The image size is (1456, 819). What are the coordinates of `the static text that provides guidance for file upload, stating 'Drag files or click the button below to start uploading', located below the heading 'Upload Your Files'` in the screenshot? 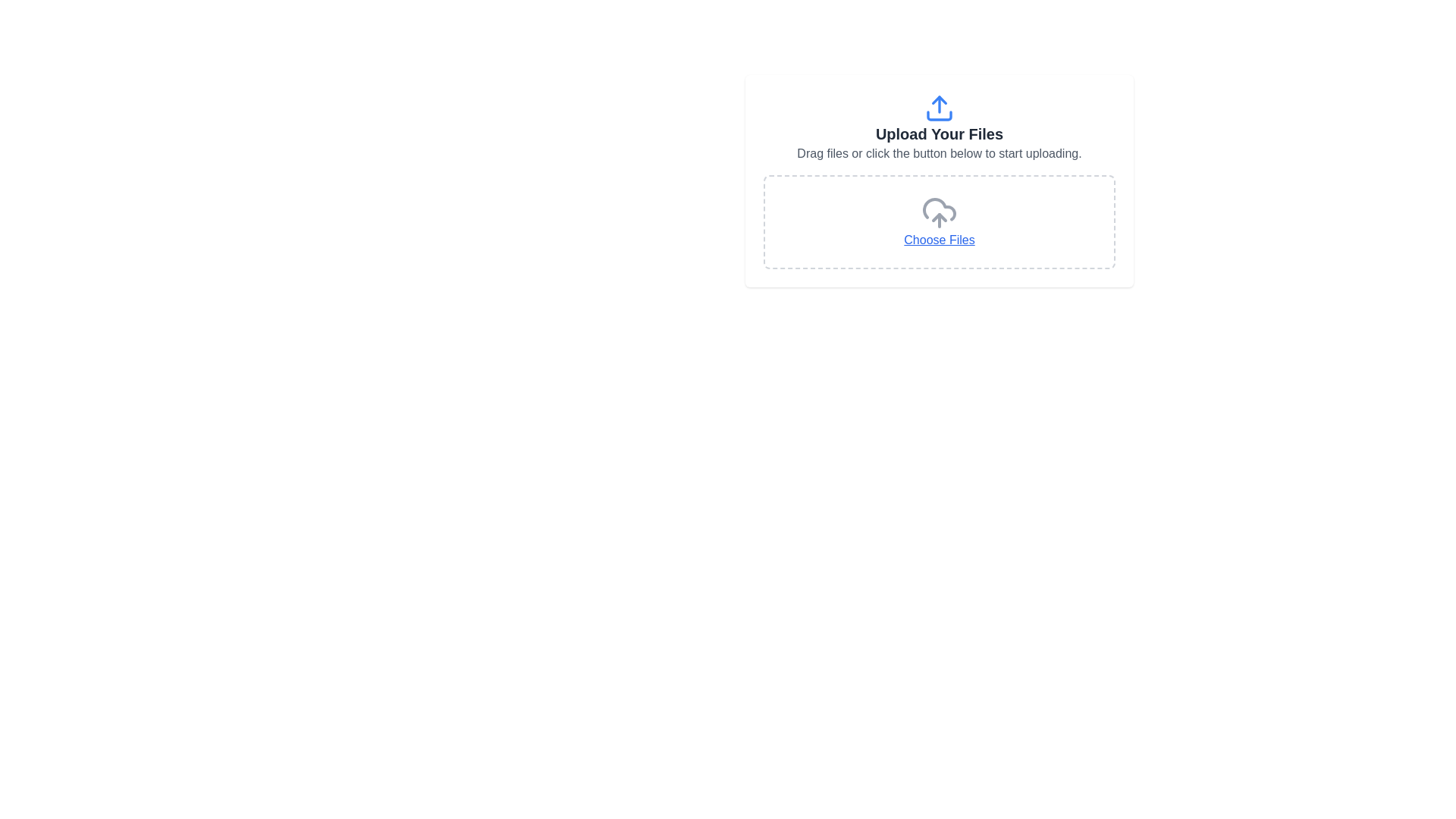 It's located at (938, 154).